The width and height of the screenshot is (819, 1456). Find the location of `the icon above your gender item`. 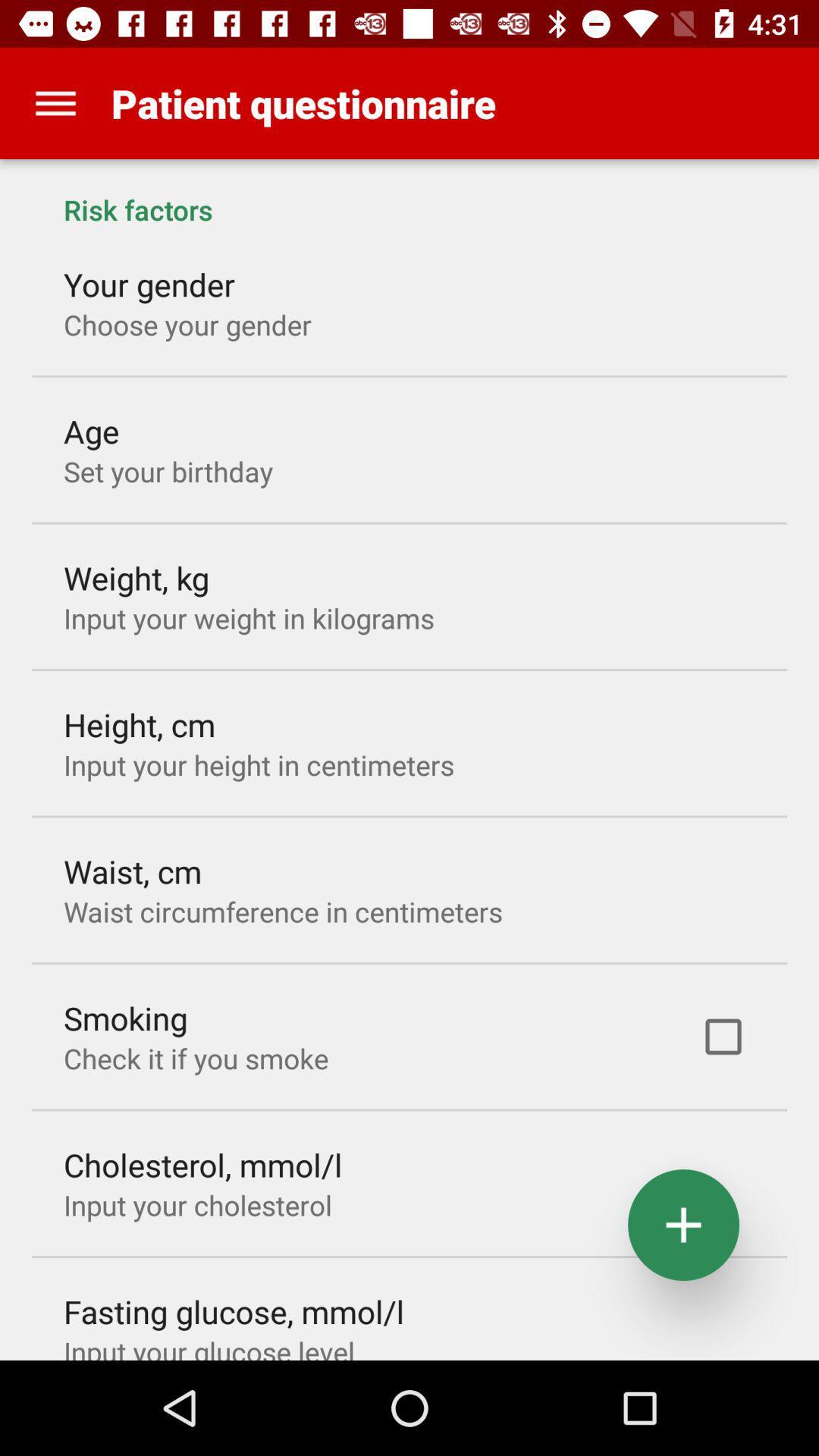

the icon above your gender item is located at coordinates (409, 193).